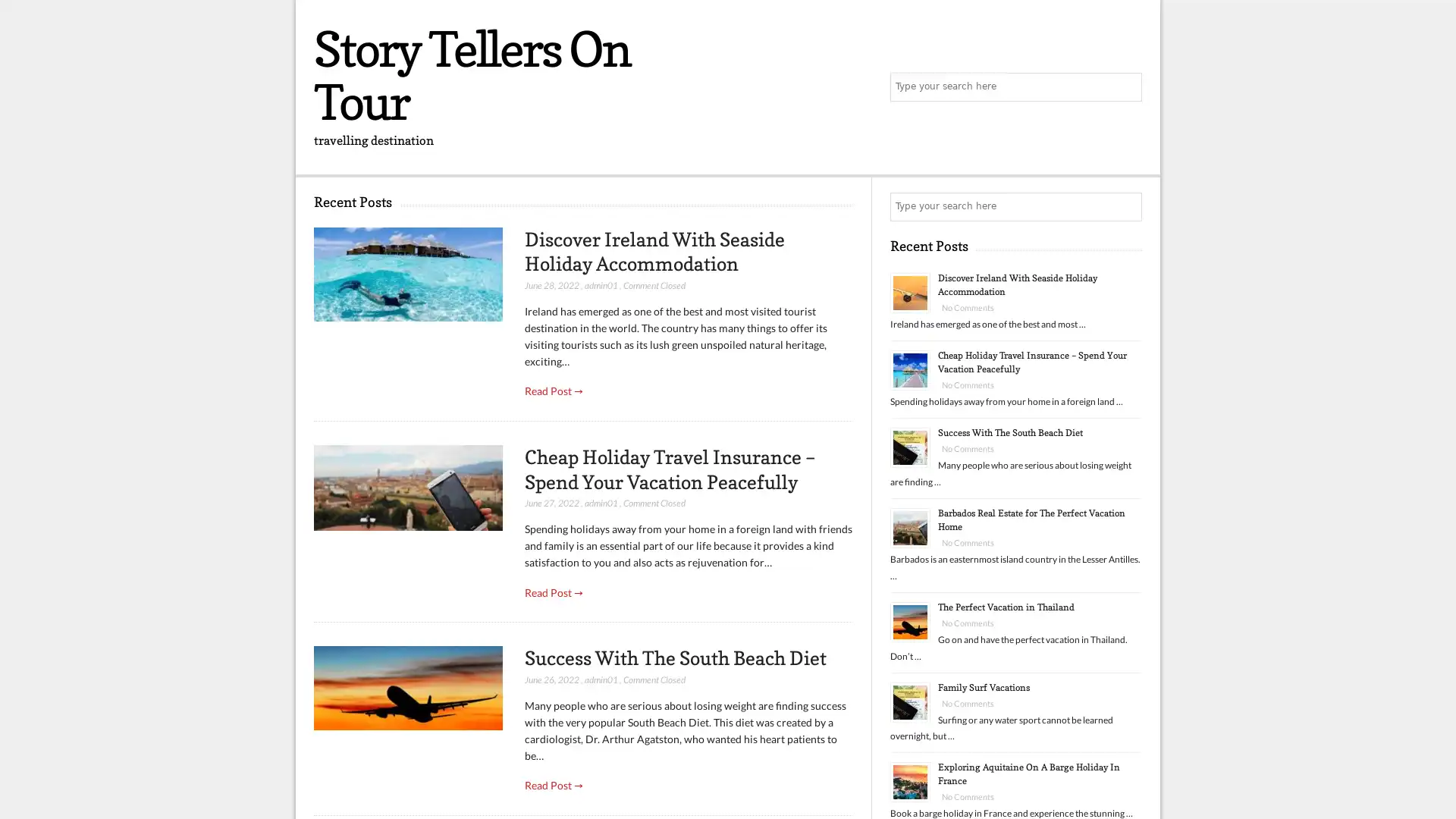 The width and height of the screenshot is (1456, 819). Describe the element at coordinates (1126, 207) in the screenshot. I see `Search` at that location.